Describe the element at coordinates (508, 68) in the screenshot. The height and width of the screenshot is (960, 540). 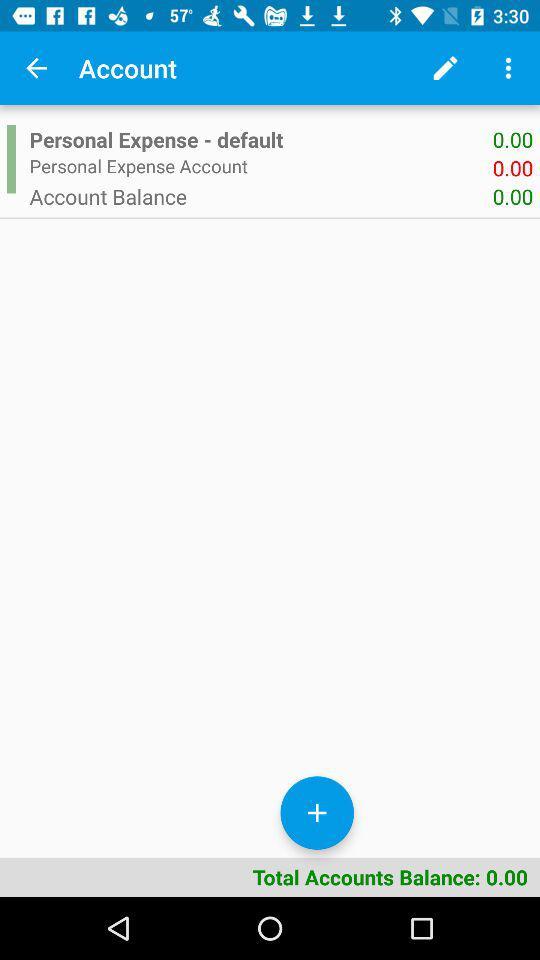
I see `icon above 0.00` at that location.